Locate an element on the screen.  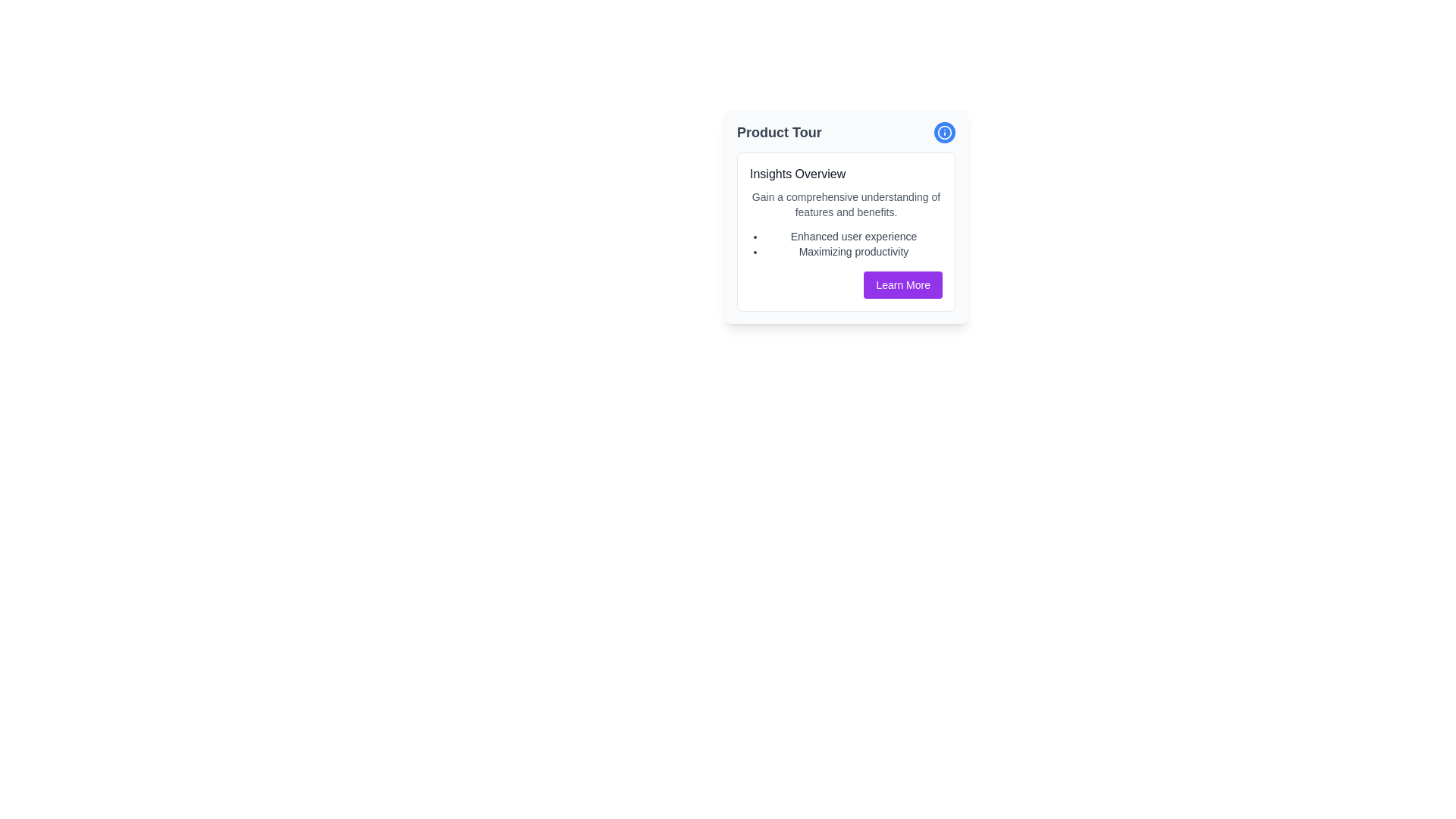
the purple rectangular button labeled 'Learn More' to observe its hover state effects, located below 'Insights Overview' is located at coordinates (903, 284).